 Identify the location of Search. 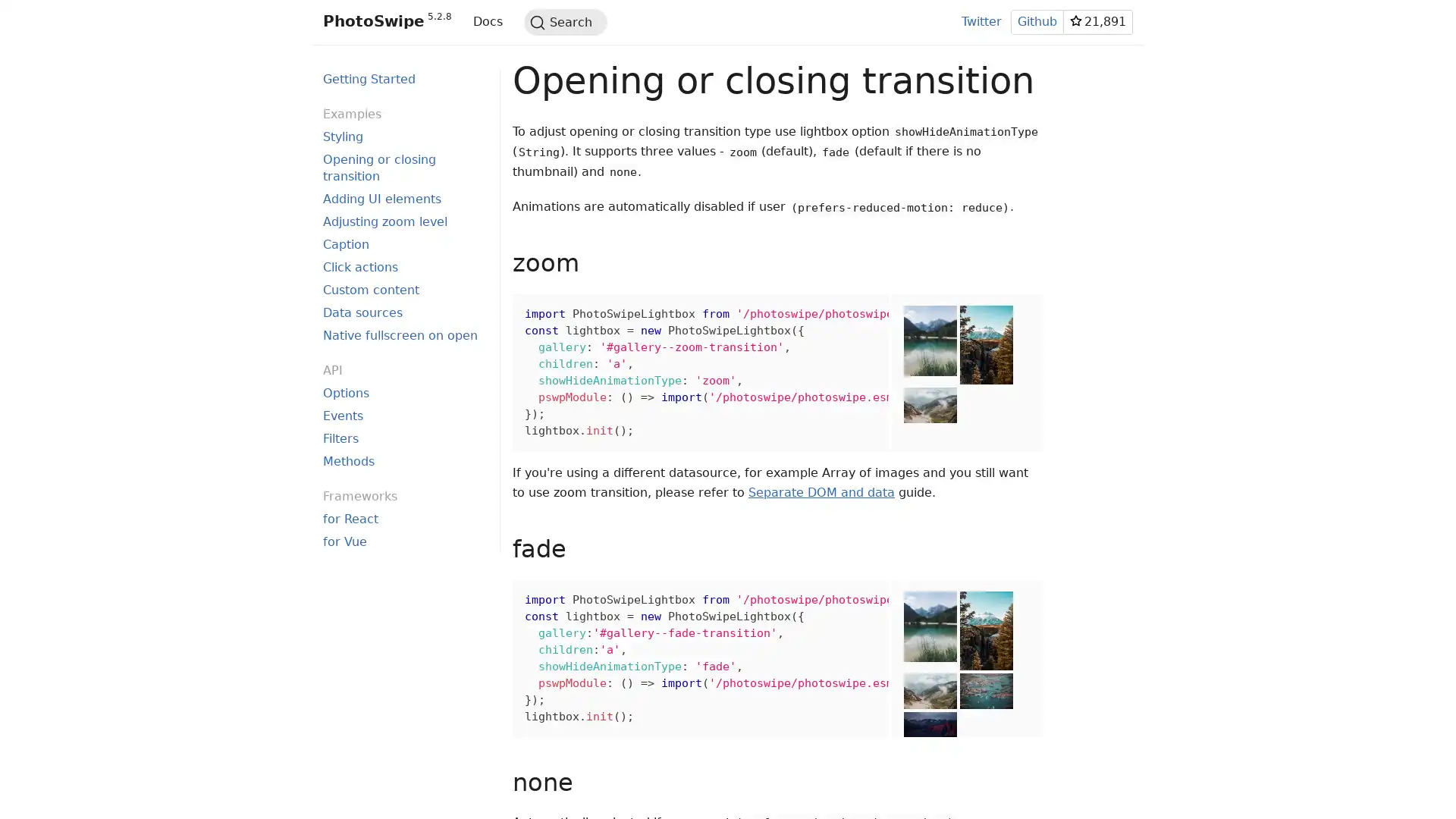
(564, 22).